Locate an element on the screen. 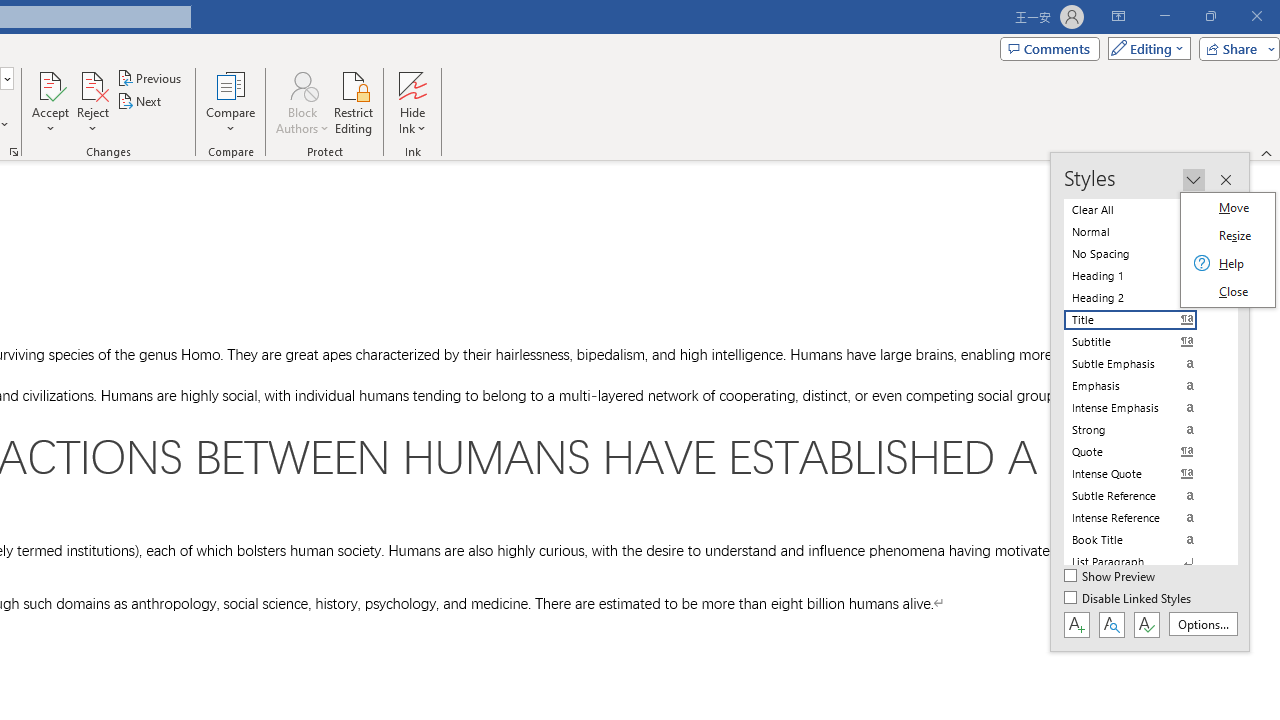 This screenshot has width=1280, height=720. 'Compare' is located at coordinates (231, 103).